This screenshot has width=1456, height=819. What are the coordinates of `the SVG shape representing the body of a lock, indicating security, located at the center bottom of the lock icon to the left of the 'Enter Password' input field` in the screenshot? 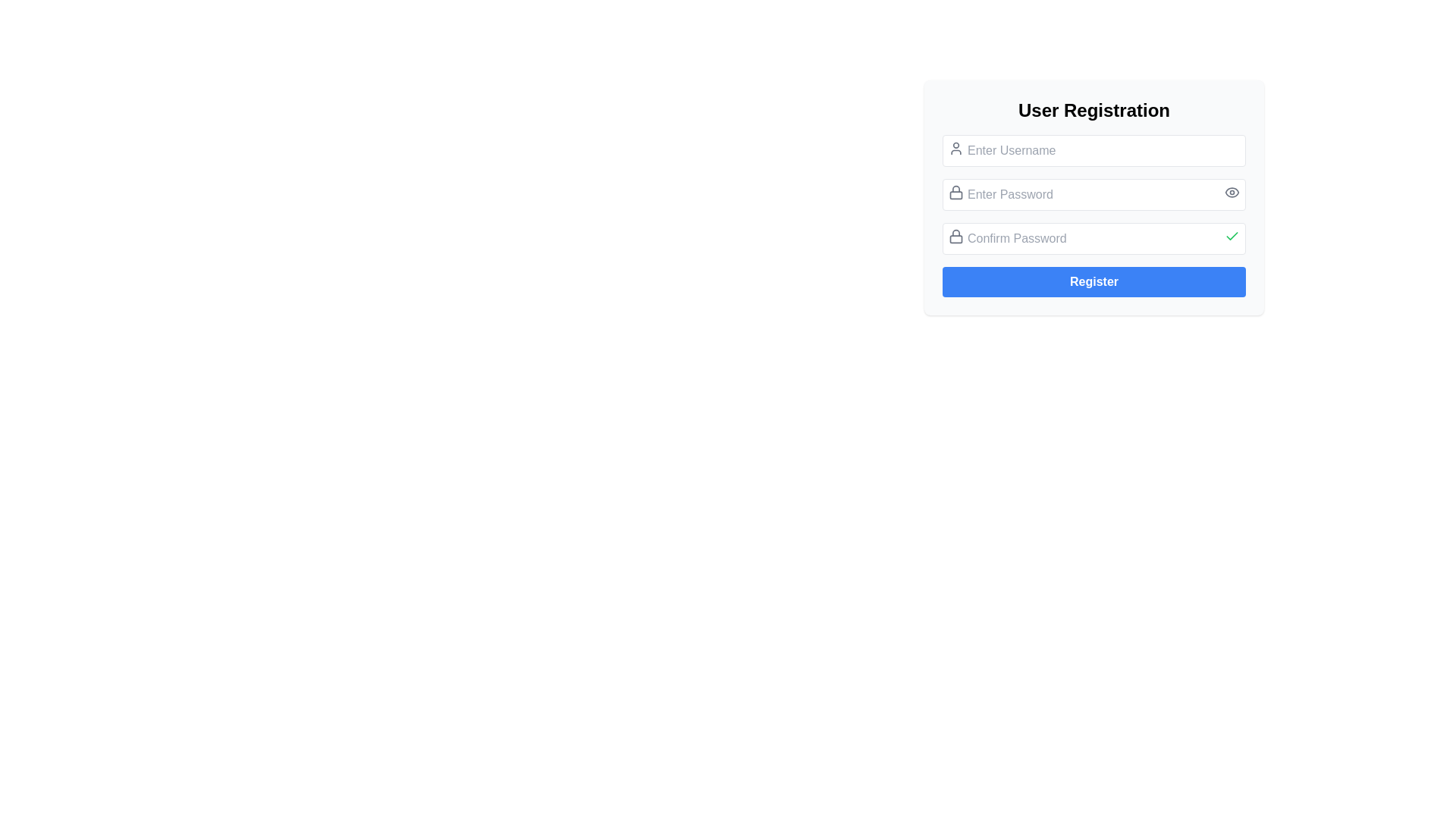 It's located at (955, 194).